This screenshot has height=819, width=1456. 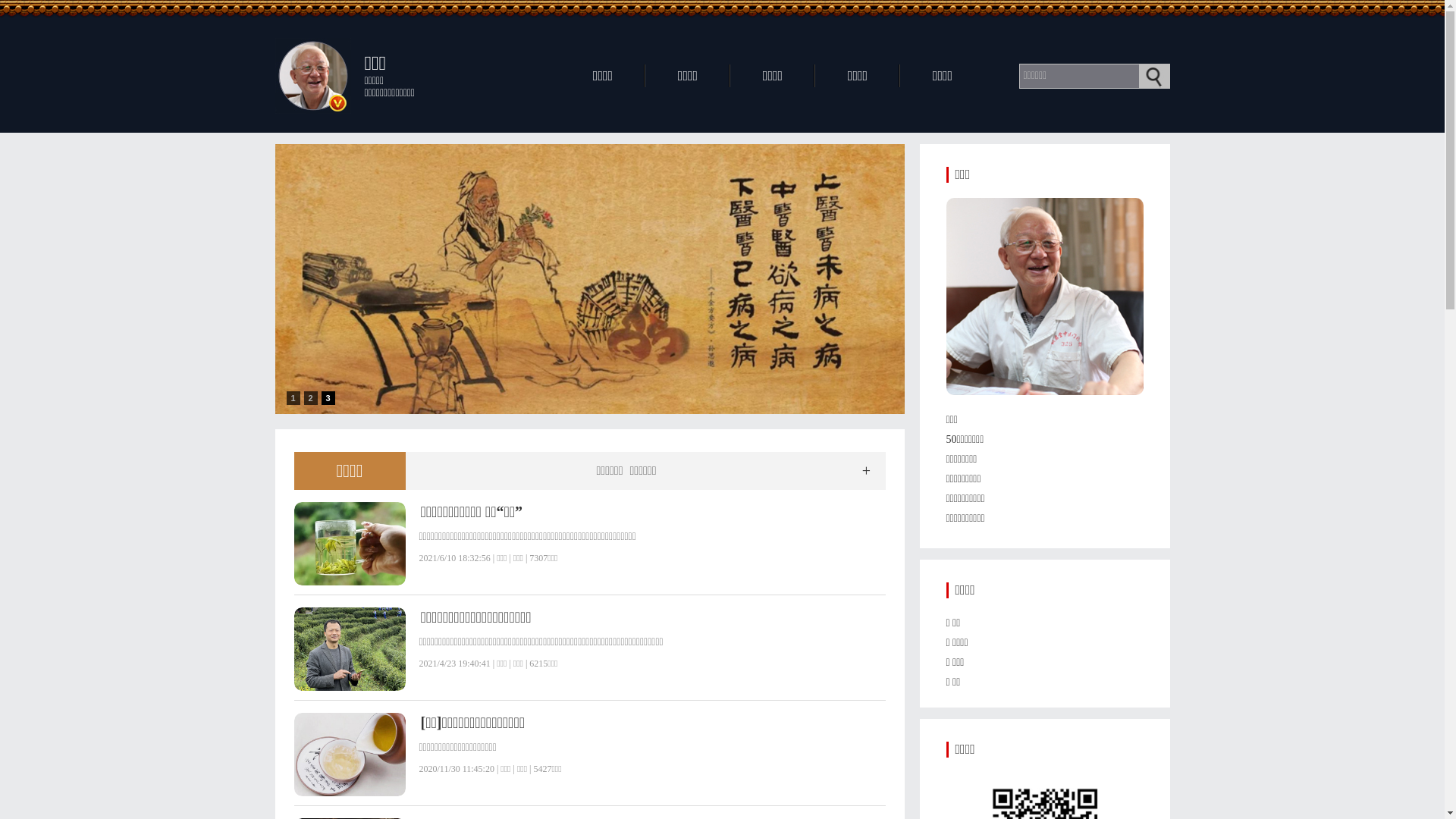 What do you see at coordinates (866, 470) in the screenshot?
I see `'+'` at bounding box center [866, 470].